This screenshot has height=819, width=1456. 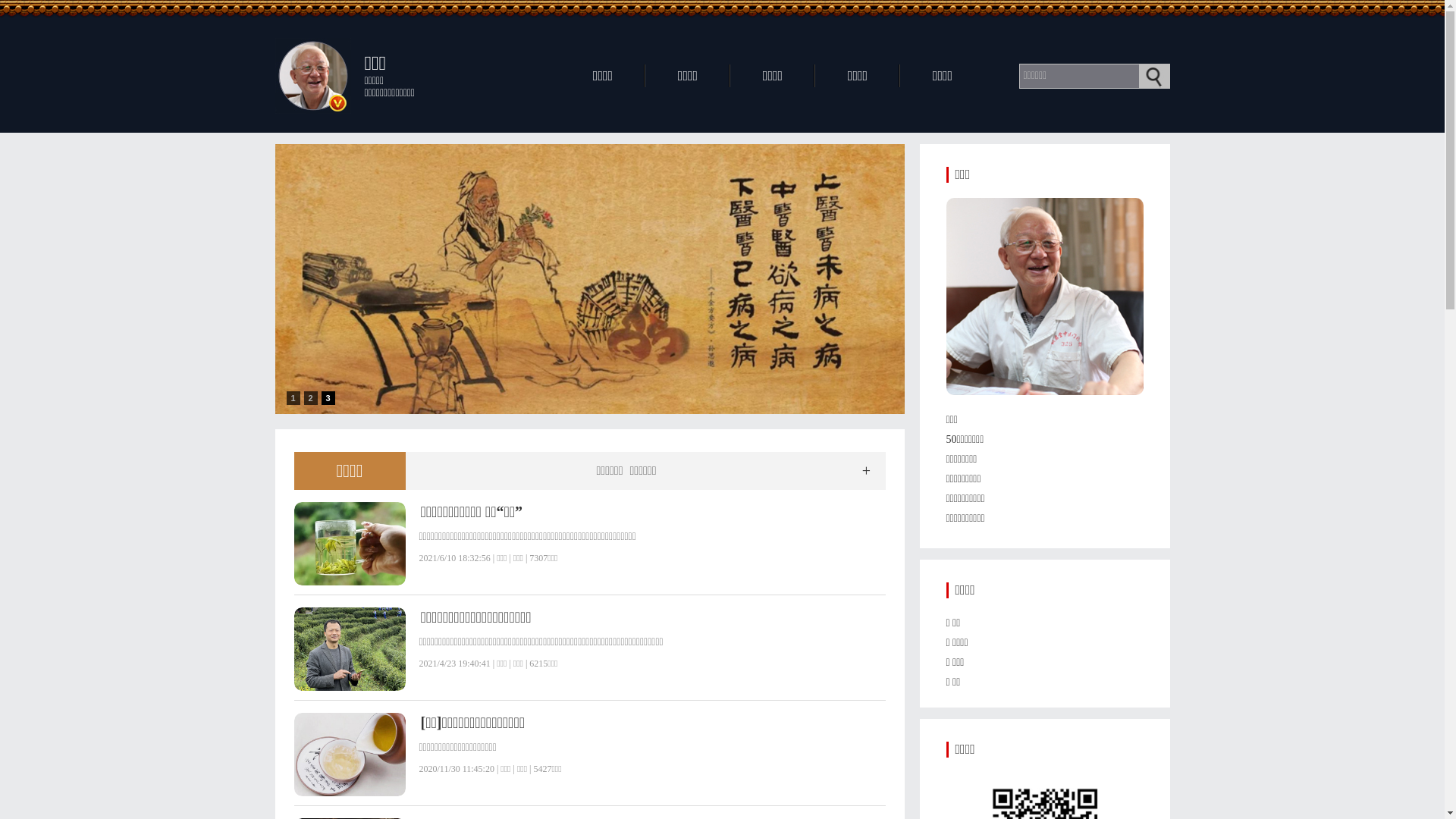 What do you see at coordinates (866, 470) in the screenshot?
I see `'+'` at bounding box center [866, 470].